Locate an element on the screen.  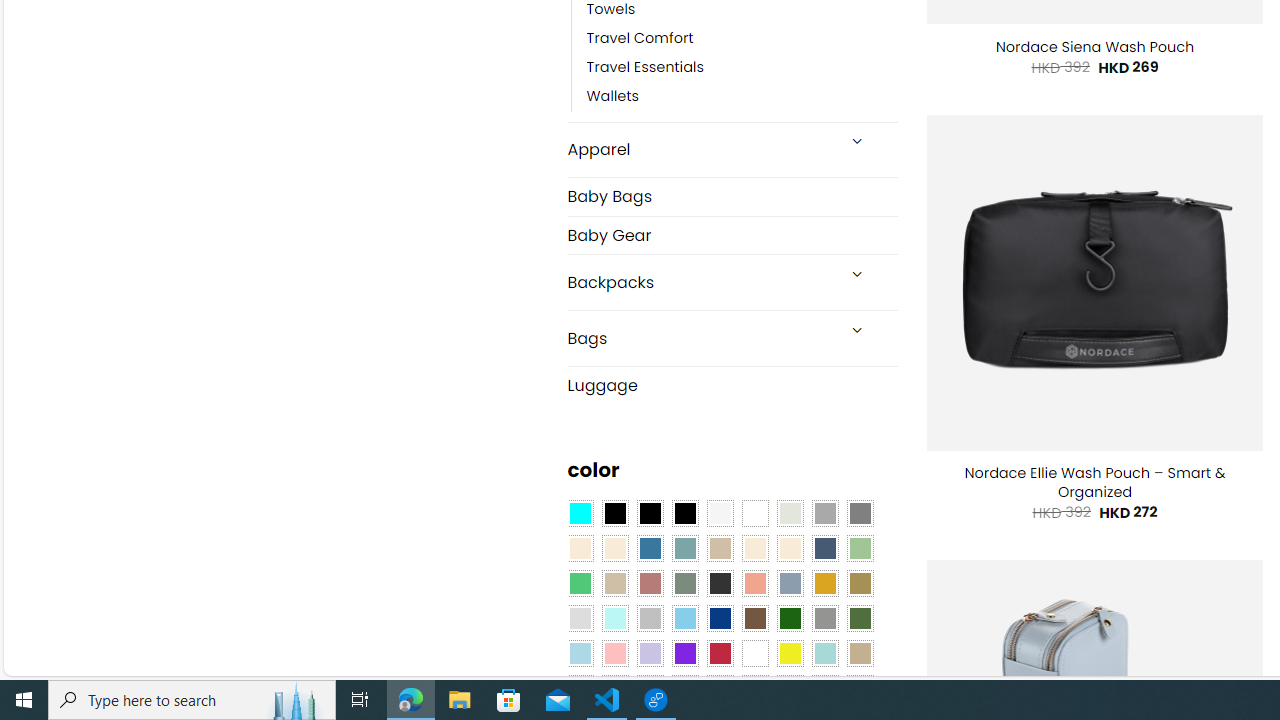
'Light Green' is located at coordinates (860, 549).